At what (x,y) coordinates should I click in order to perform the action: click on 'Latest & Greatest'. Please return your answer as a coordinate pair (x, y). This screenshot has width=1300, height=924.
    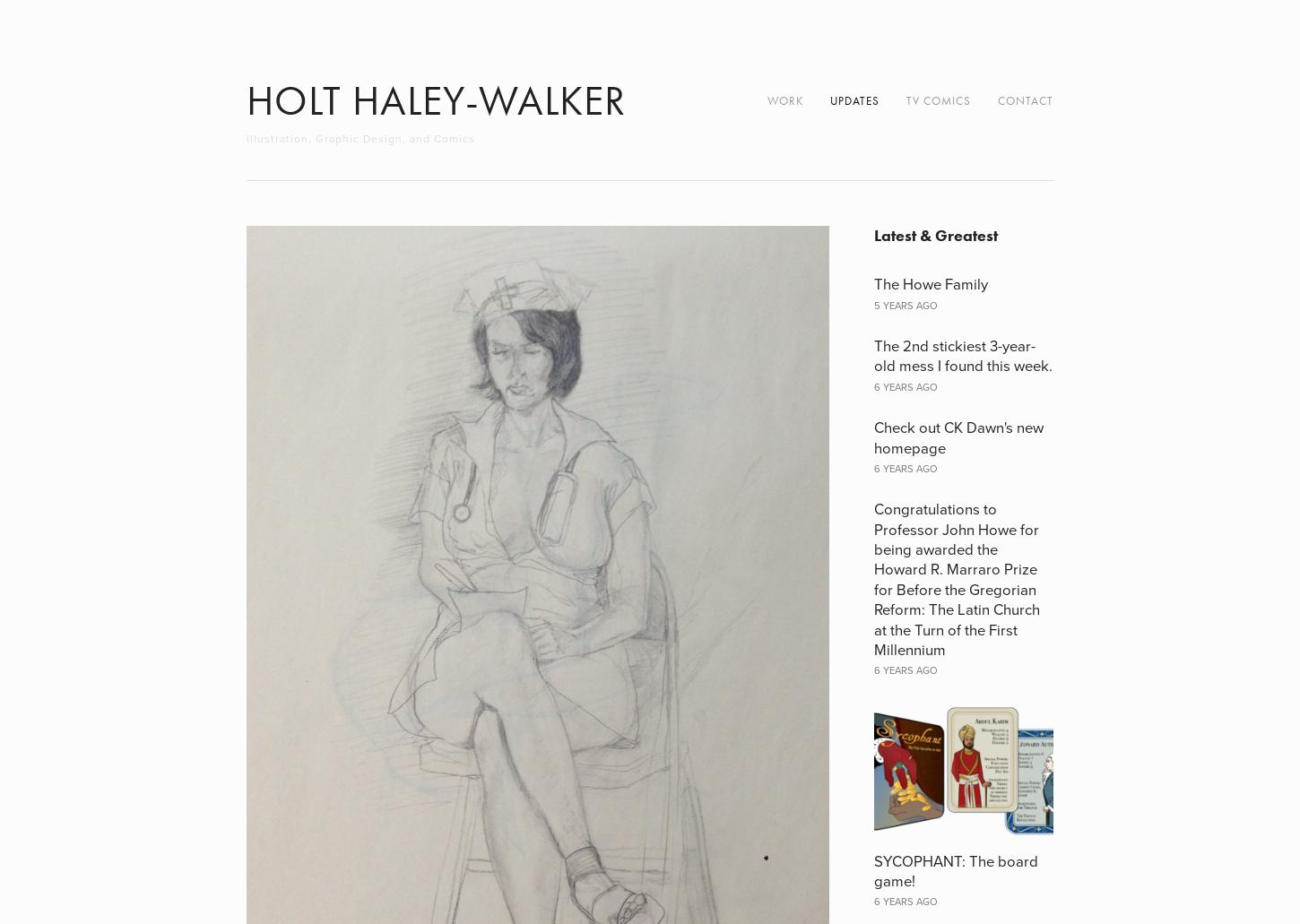
    Looking at the image, I should click on (936, 234).